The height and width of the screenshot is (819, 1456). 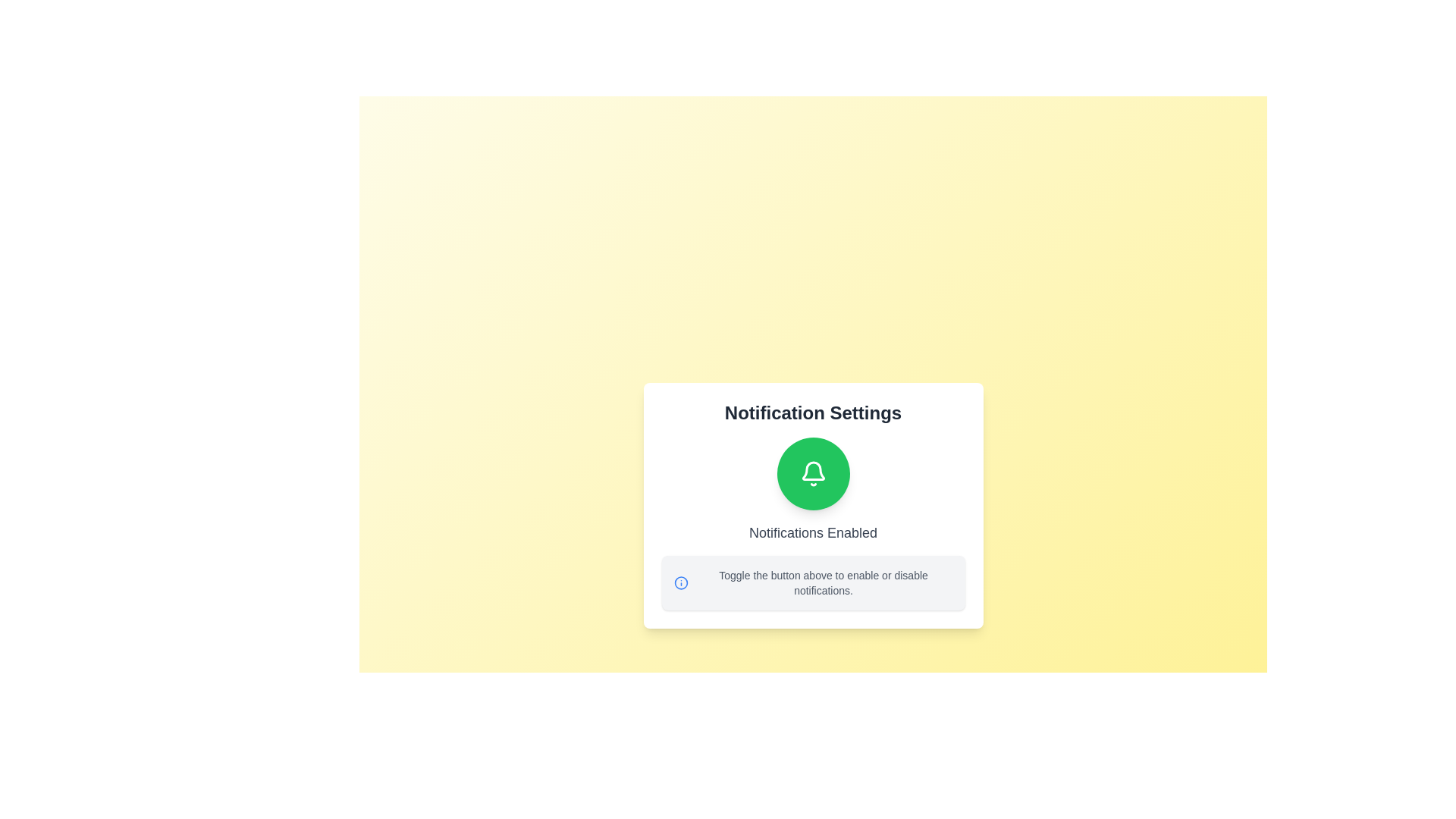 What do you see at coordinates (812, 472) in the screenshot?
I see `the circular button to toggle the notification state` at bounding box center [812, 472].